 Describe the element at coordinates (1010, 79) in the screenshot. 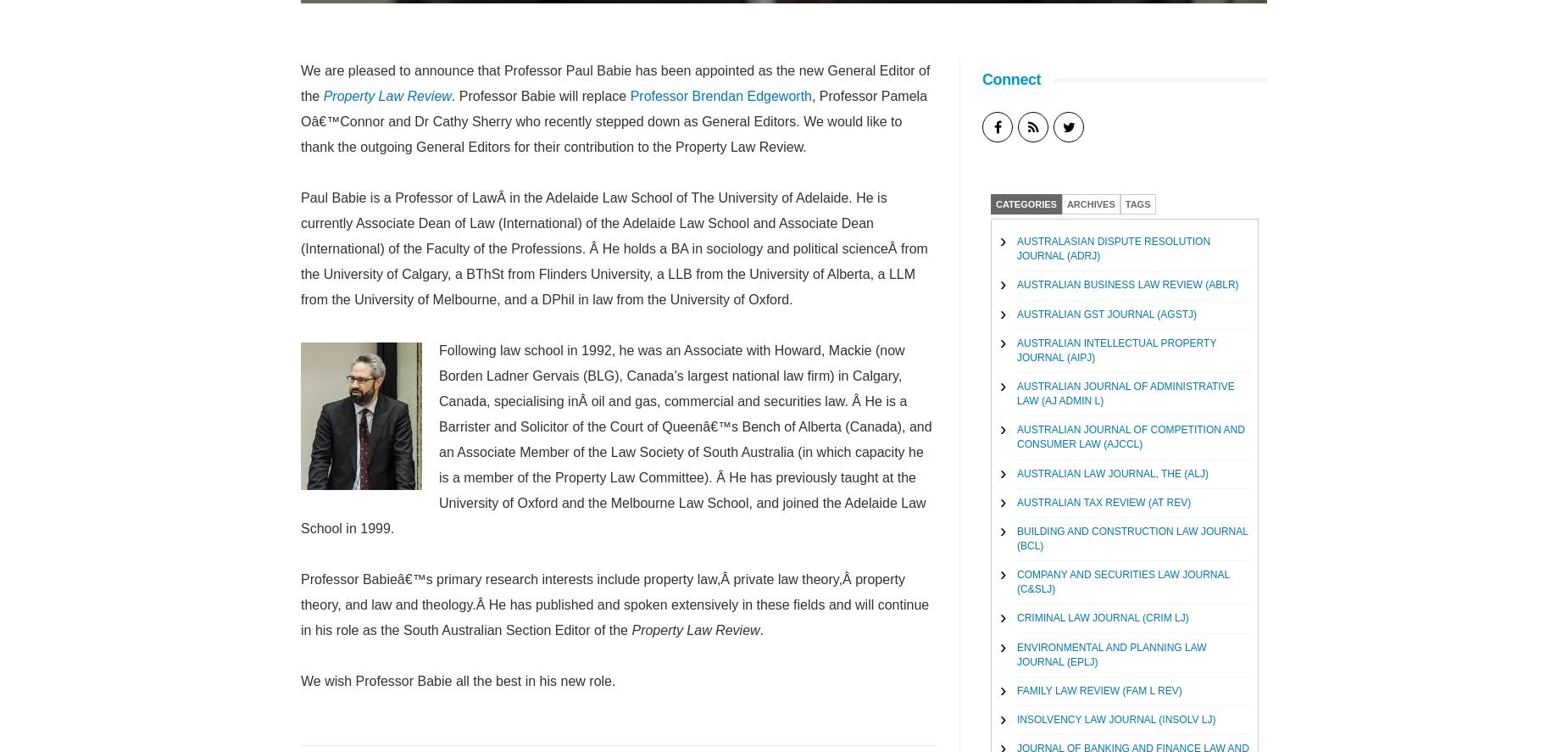

I see `'Connect'` at that location.